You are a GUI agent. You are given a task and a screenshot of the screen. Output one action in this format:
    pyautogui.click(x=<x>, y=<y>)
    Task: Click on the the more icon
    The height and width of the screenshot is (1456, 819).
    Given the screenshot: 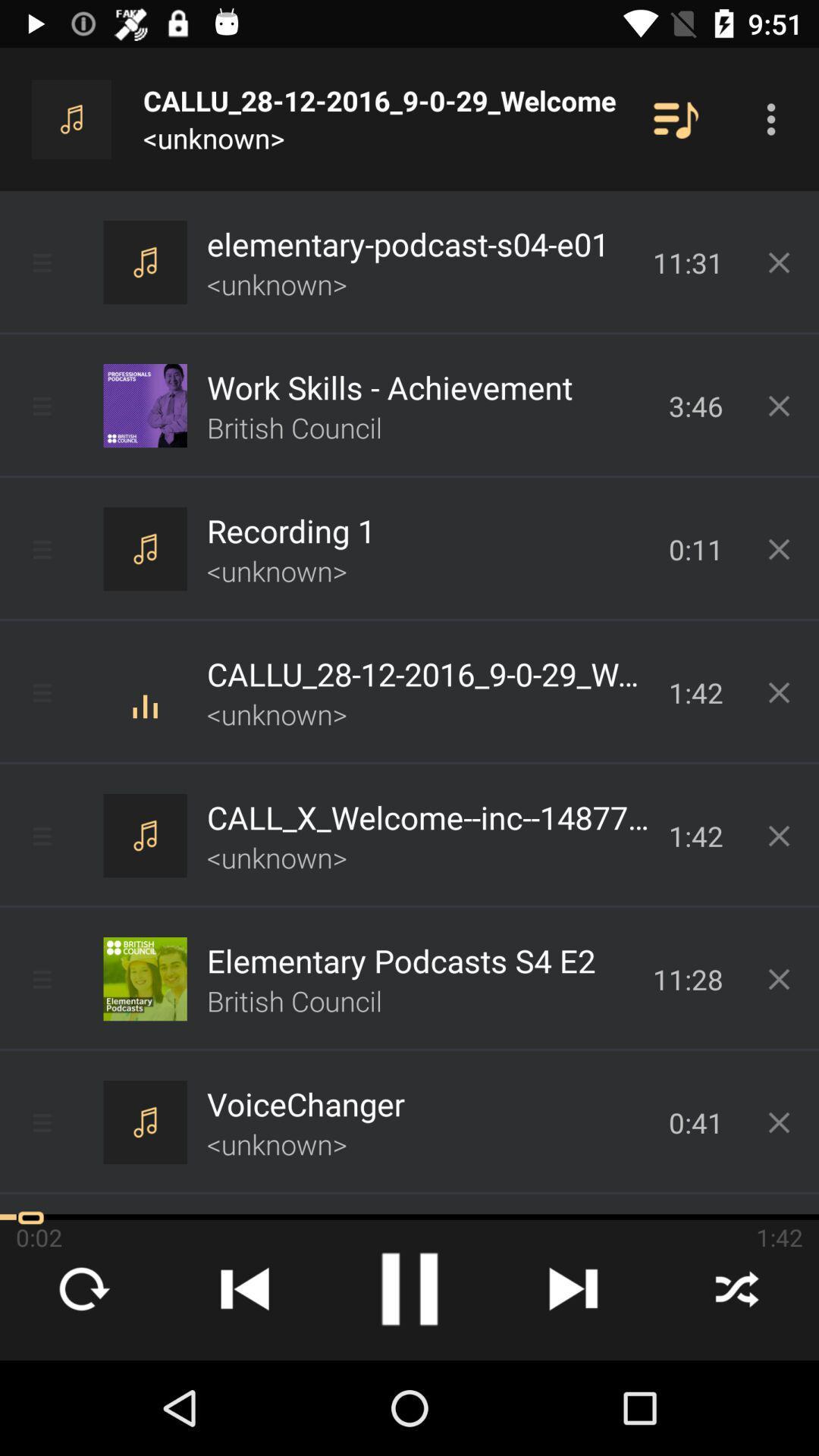 What is the action you would take?
    pyautogui.click(x=771, y=118)
    